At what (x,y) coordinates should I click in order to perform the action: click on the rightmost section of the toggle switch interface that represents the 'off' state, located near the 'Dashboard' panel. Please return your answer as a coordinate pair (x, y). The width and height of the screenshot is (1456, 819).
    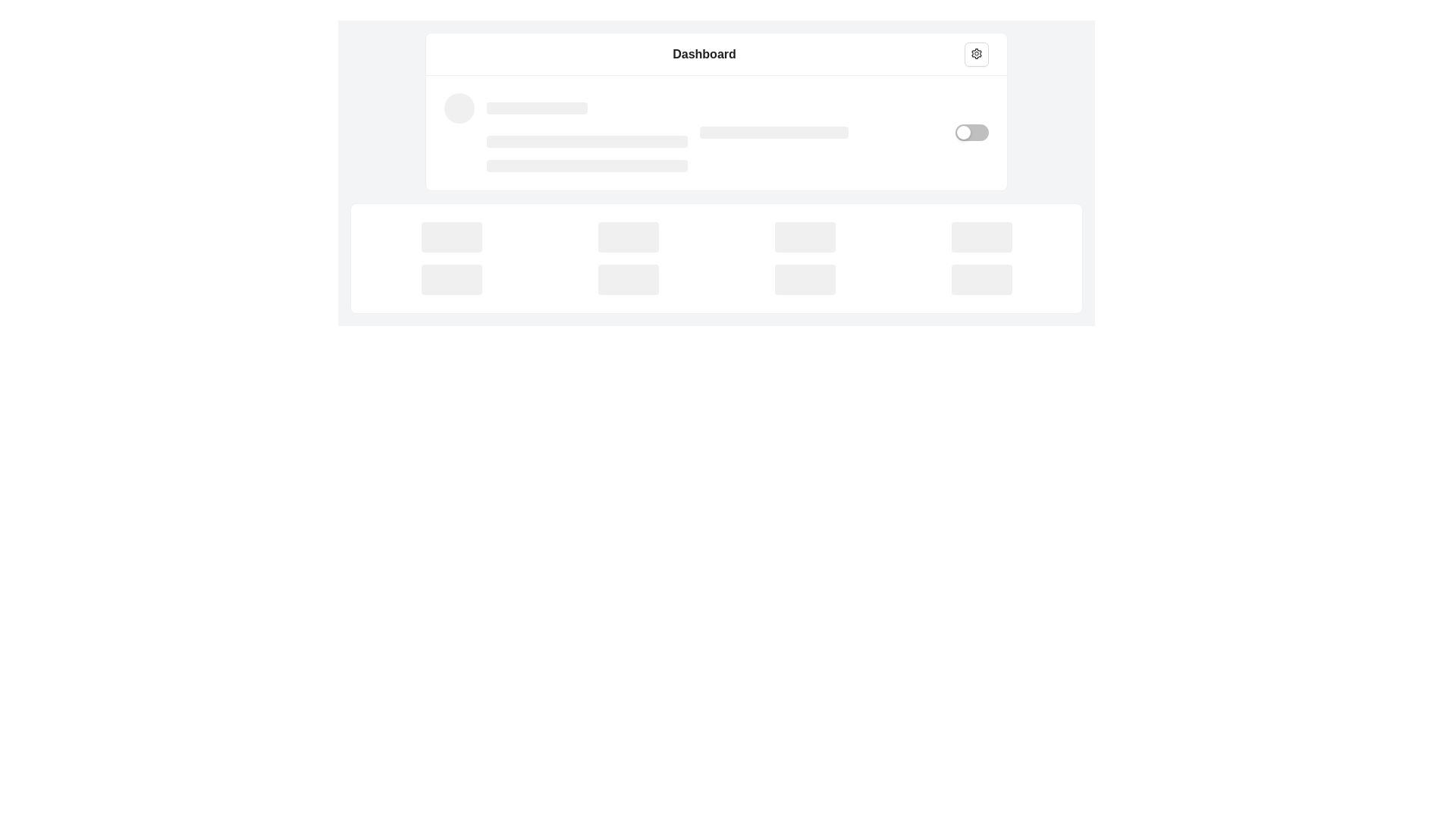
    Looking at the image, I should click on (977, 131).